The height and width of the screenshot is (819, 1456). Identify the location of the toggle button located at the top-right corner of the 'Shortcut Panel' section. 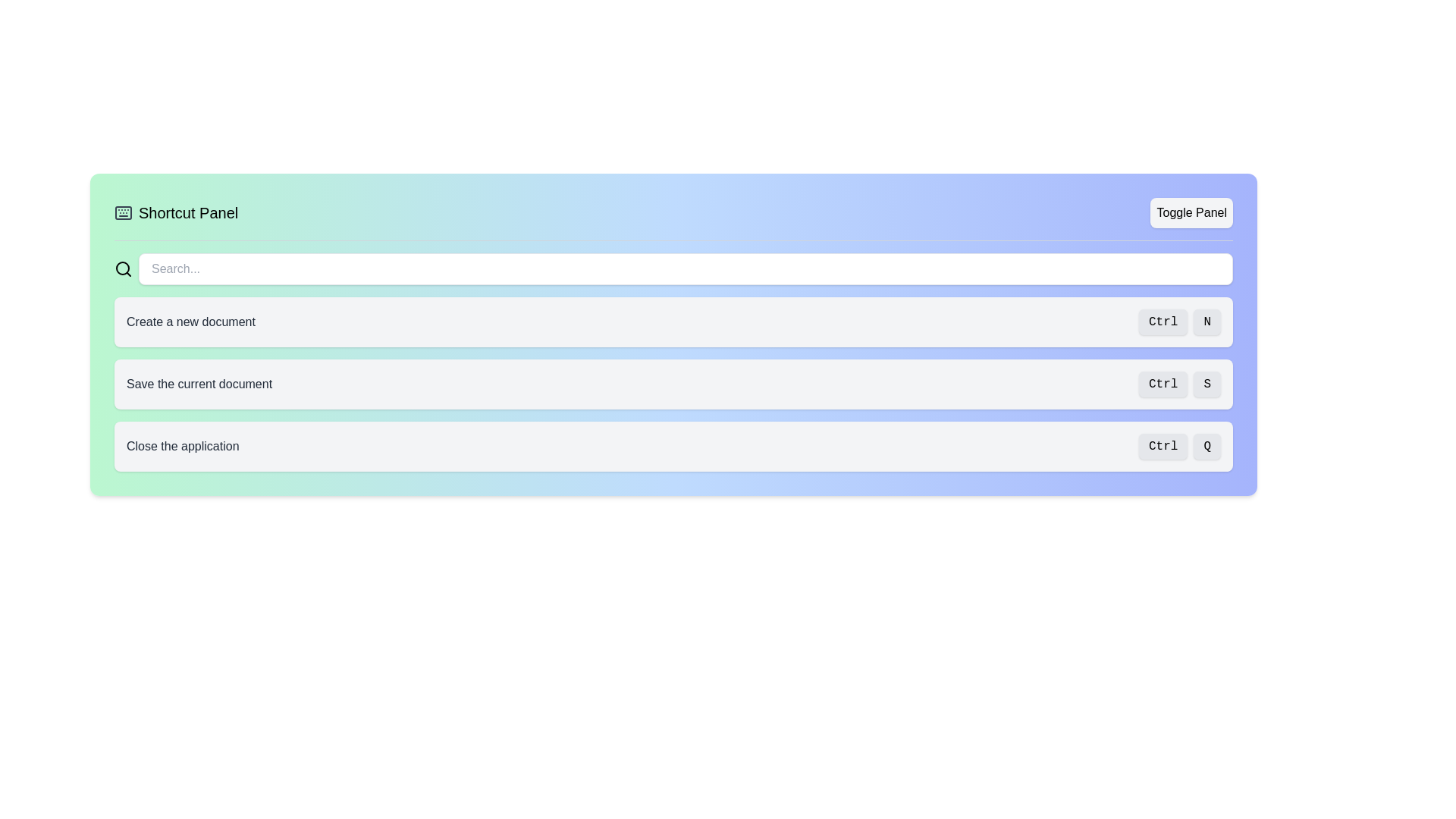
(1191, 213).